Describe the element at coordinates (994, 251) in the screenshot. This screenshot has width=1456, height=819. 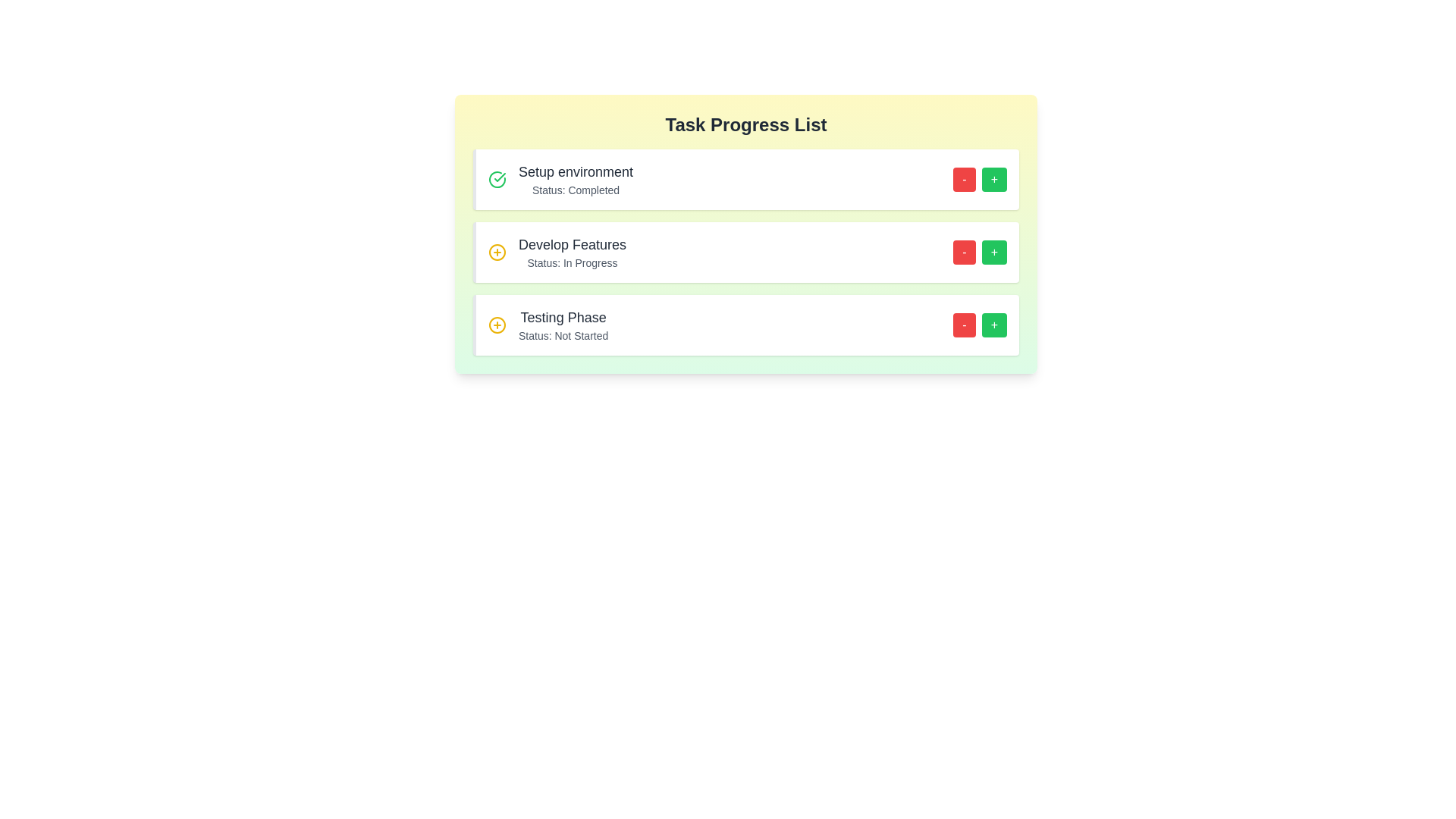
I see `the increase button for the task 'Develop Features'` at that location.